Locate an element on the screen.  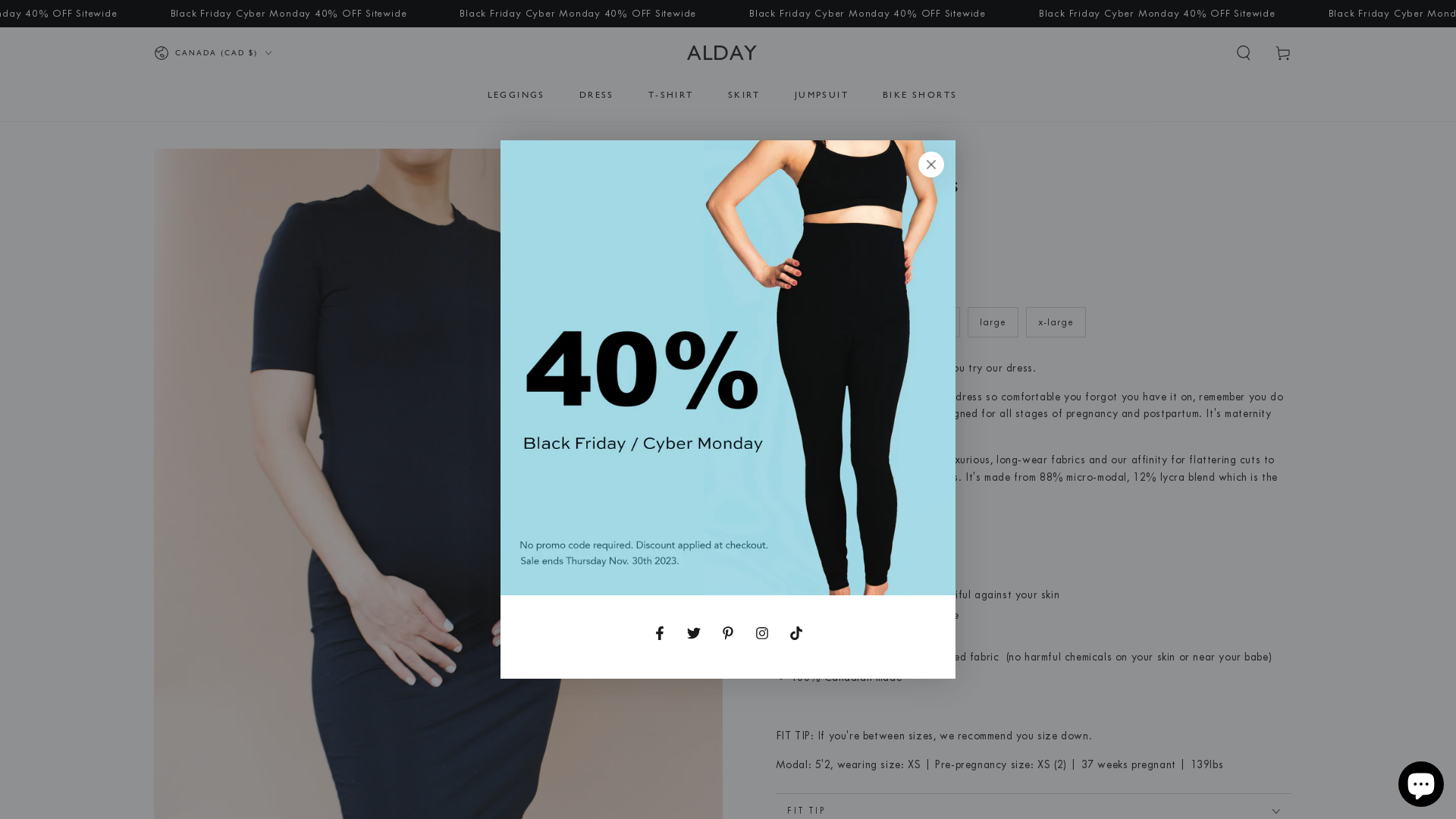
'TikTok' is located at coordinates (795, 632).